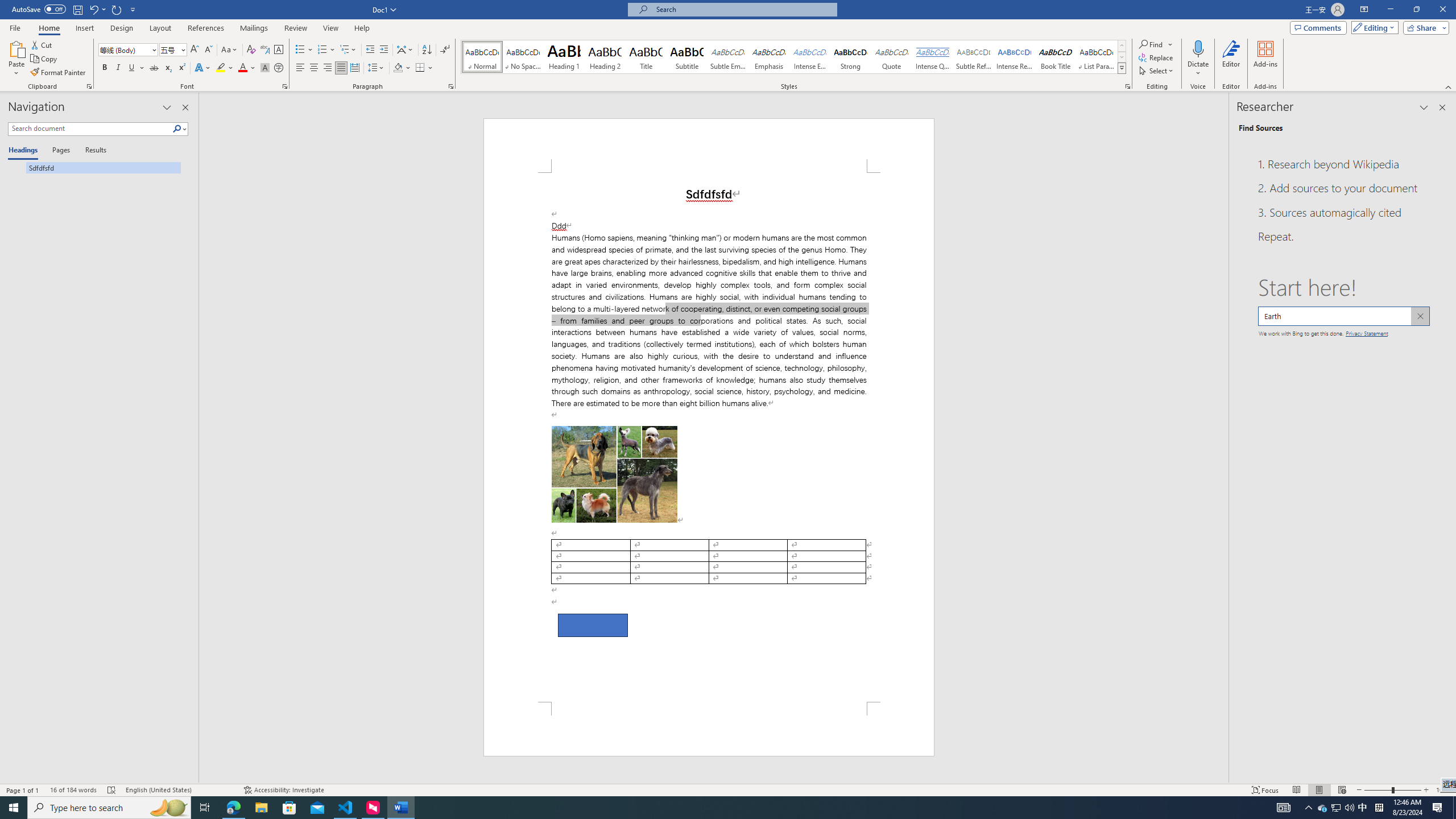  I want to click on 'Bold', so click(104, 67).